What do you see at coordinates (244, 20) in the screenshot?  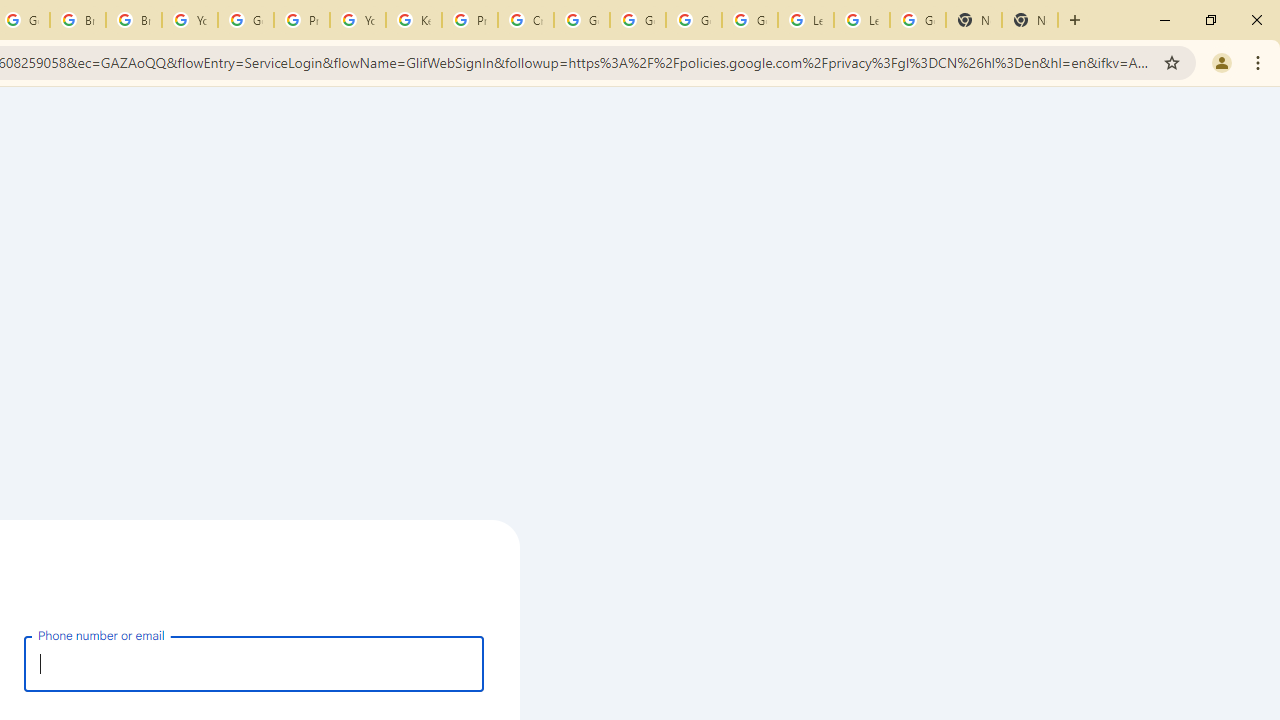 I see `'Google Account Help'` at bounding box center [244, 20].